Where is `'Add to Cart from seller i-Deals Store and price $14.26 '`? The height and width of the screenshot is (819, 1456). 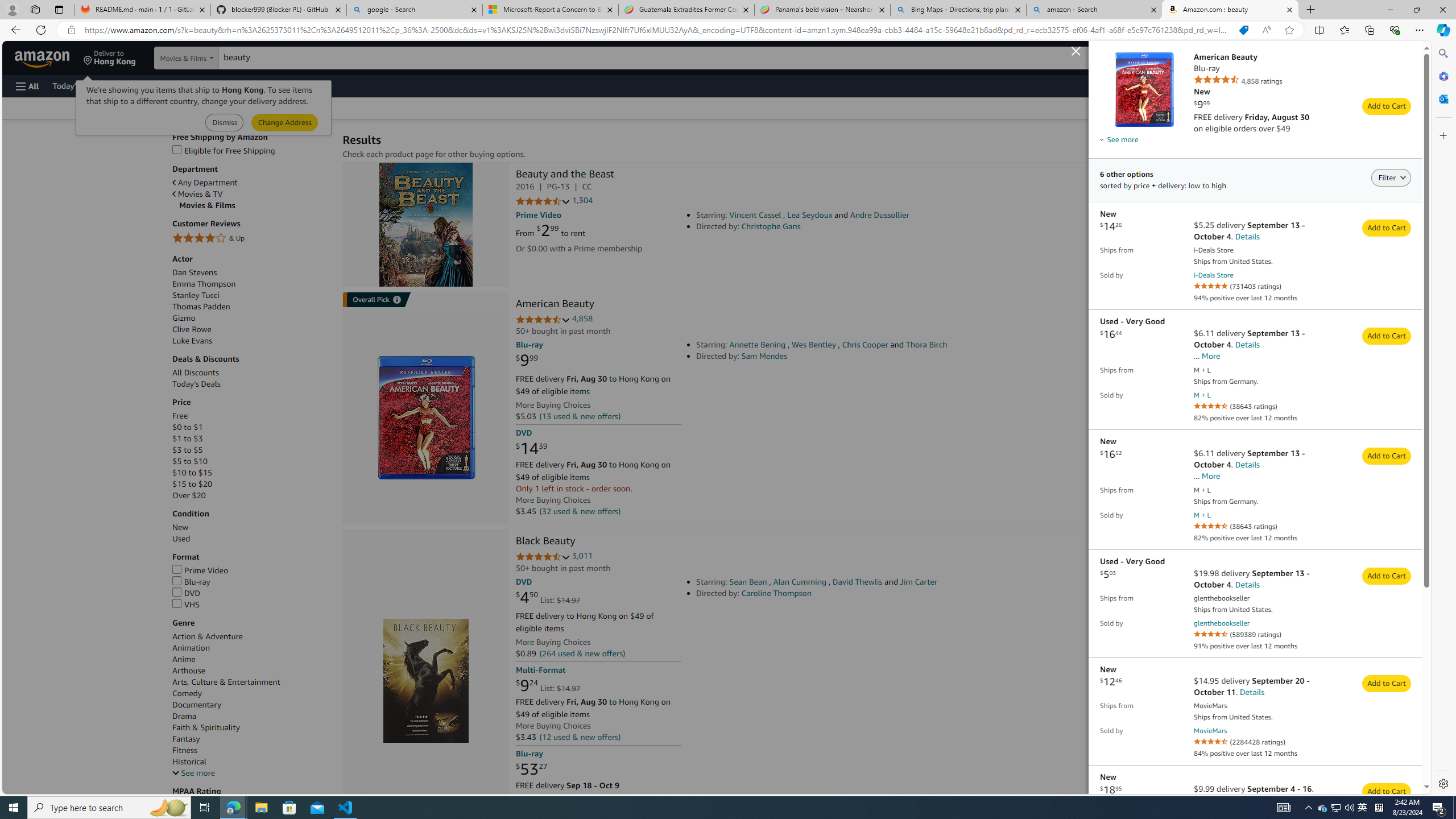
'Add to Cart from seller i-Deals Store and price $14.26 ' is located at coordinates (1386, 228).